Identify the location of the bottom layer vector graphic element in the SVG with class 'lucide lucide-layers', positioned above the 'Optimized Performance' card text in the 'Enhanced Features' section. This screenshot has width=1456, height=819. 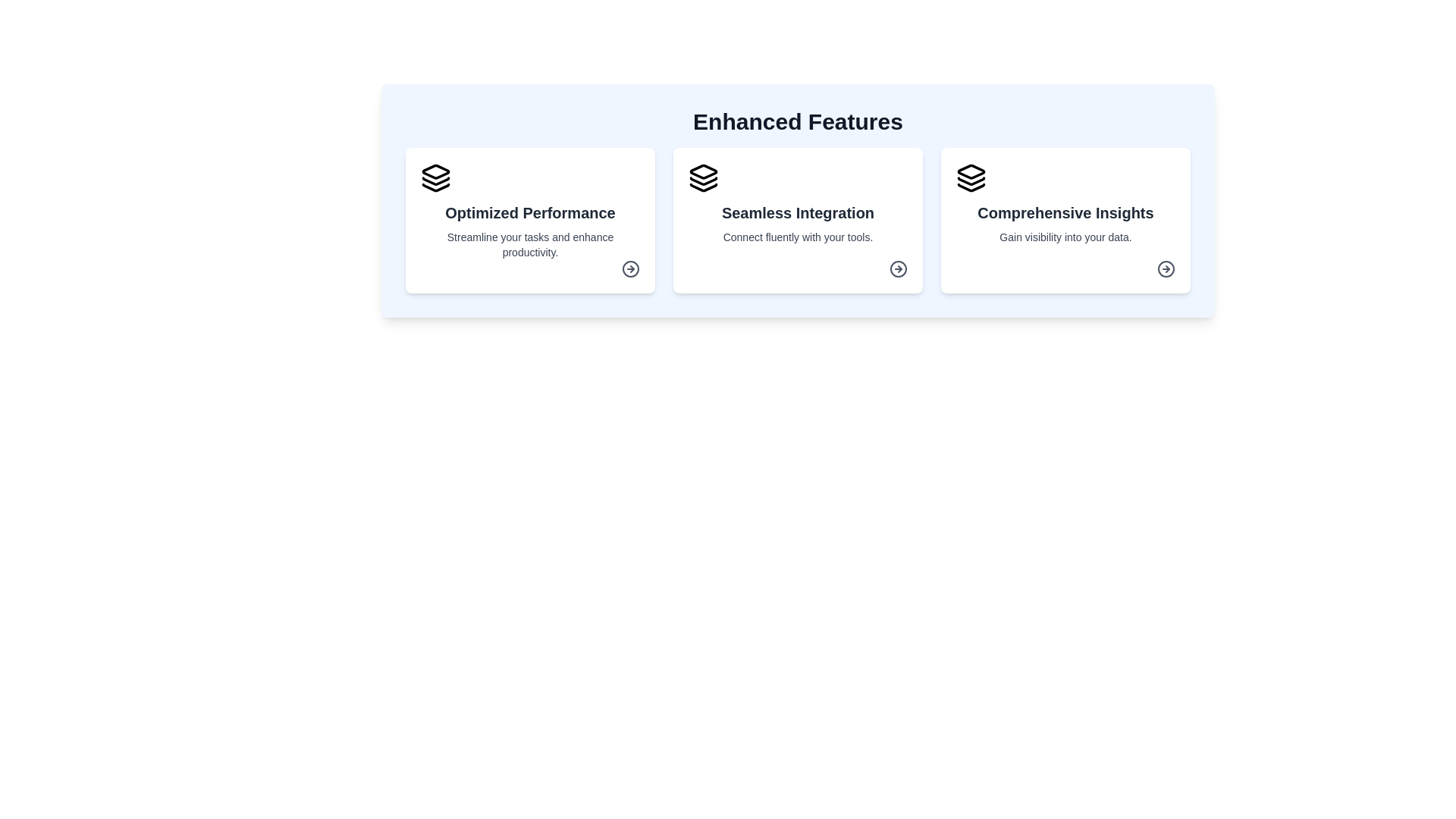
(435, 187).